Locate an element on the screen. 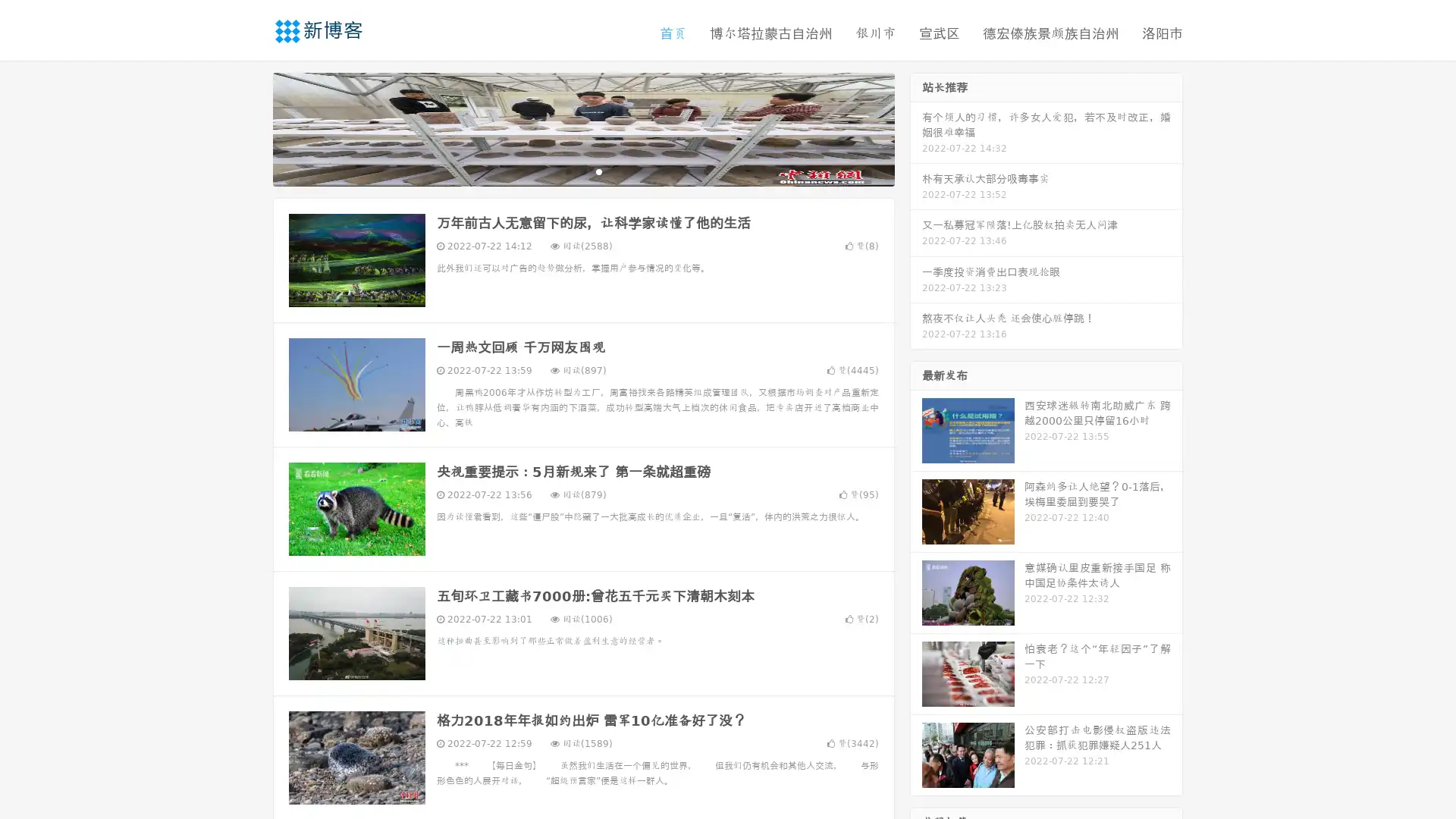  Go to slide 1 is located at coordinates (567, 171).